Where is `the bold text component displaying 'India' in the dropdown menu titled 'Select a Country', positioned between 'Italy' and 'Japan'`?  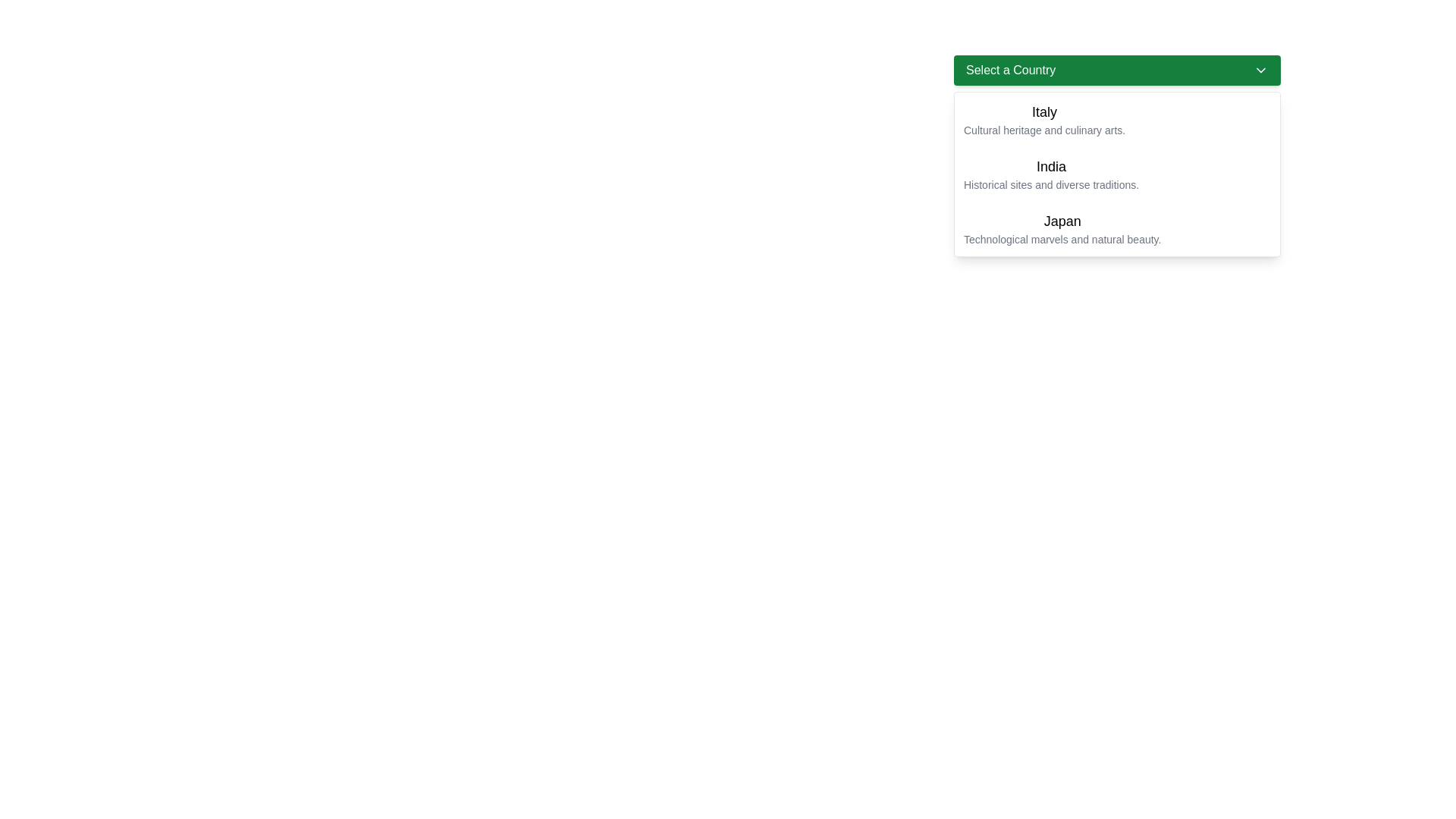
the bold text component displaying 'India' in the dropdown menu titled 'Select a Country', positioned between 'Italy' and 'Japan' is located at coordinates (1050, 166).